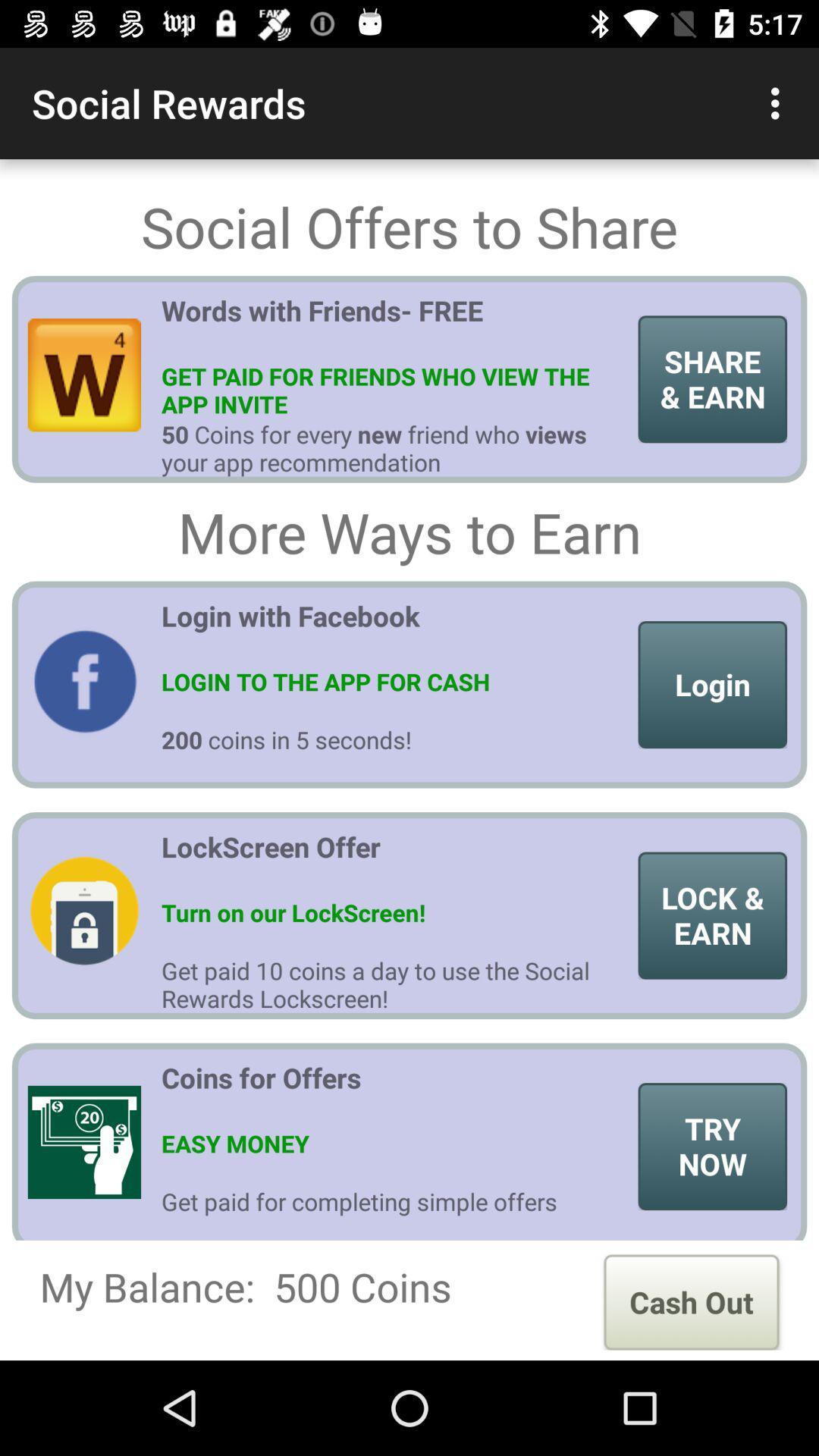  I want to click on item below the get paid for item, so click(691, 1301).